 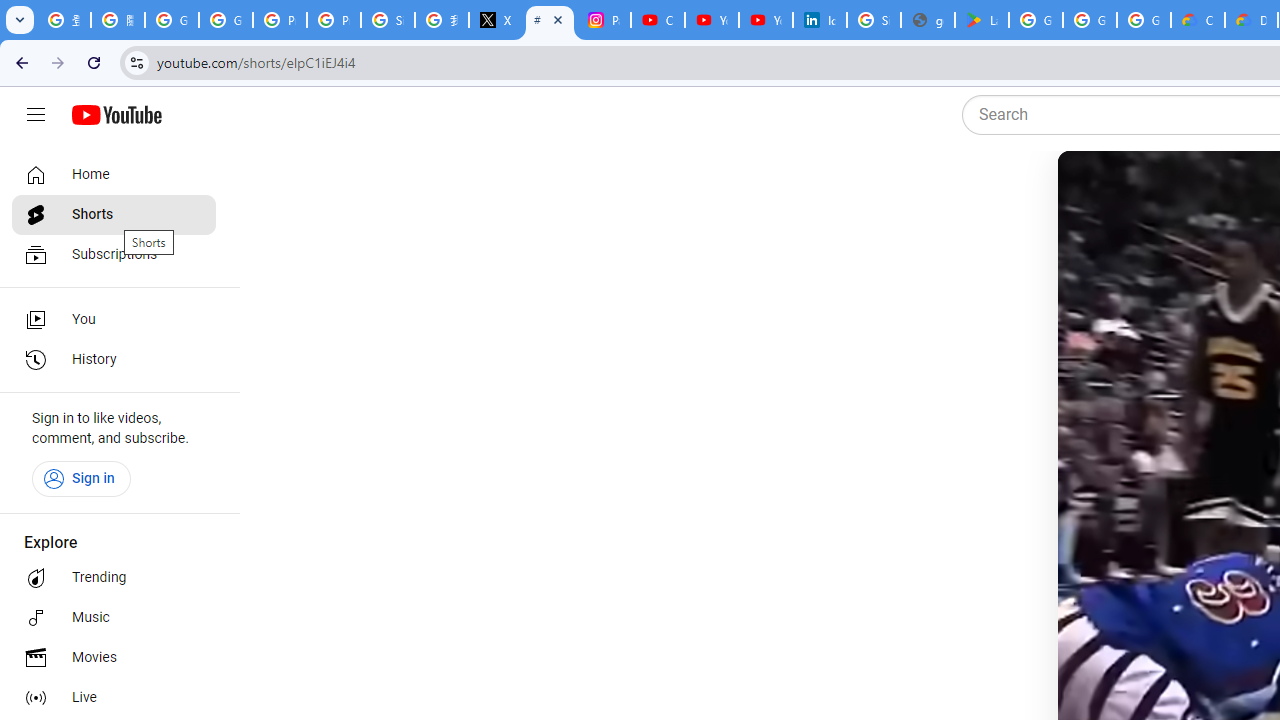 What do you see at coordinates (1198, 20) in the screenshot?
I see `'Customer Care | Google Cloud'` at bounding box center [1198, 20].